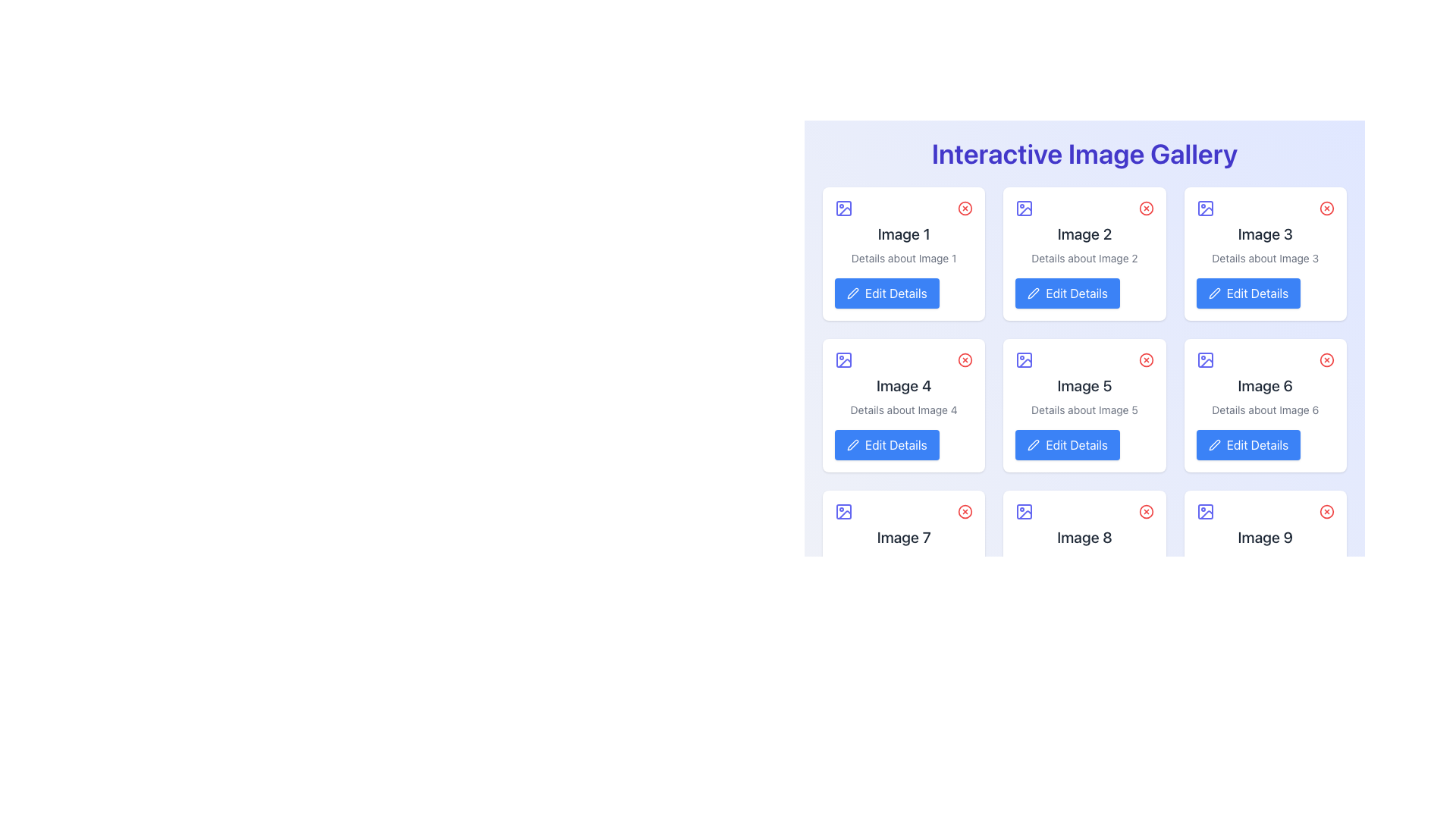 This screenshot has width=1456, height=819. I want to click on the icon representing 'Image 2' located in the top-left corner of its card adjacent to the title text, so click(1025, 208).